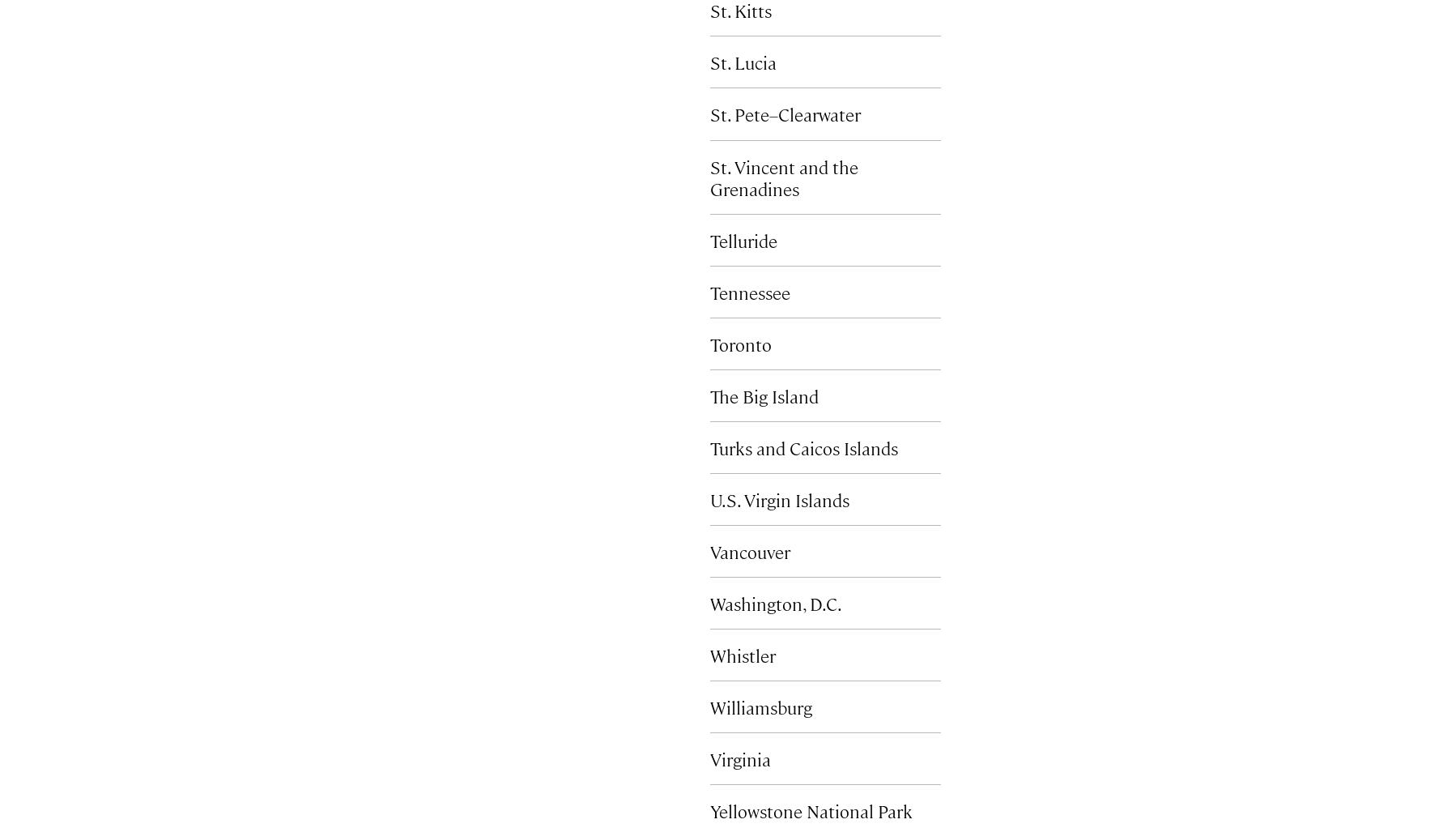  I want to click on 'St. Pete–Clearwater', so click(785, 113).